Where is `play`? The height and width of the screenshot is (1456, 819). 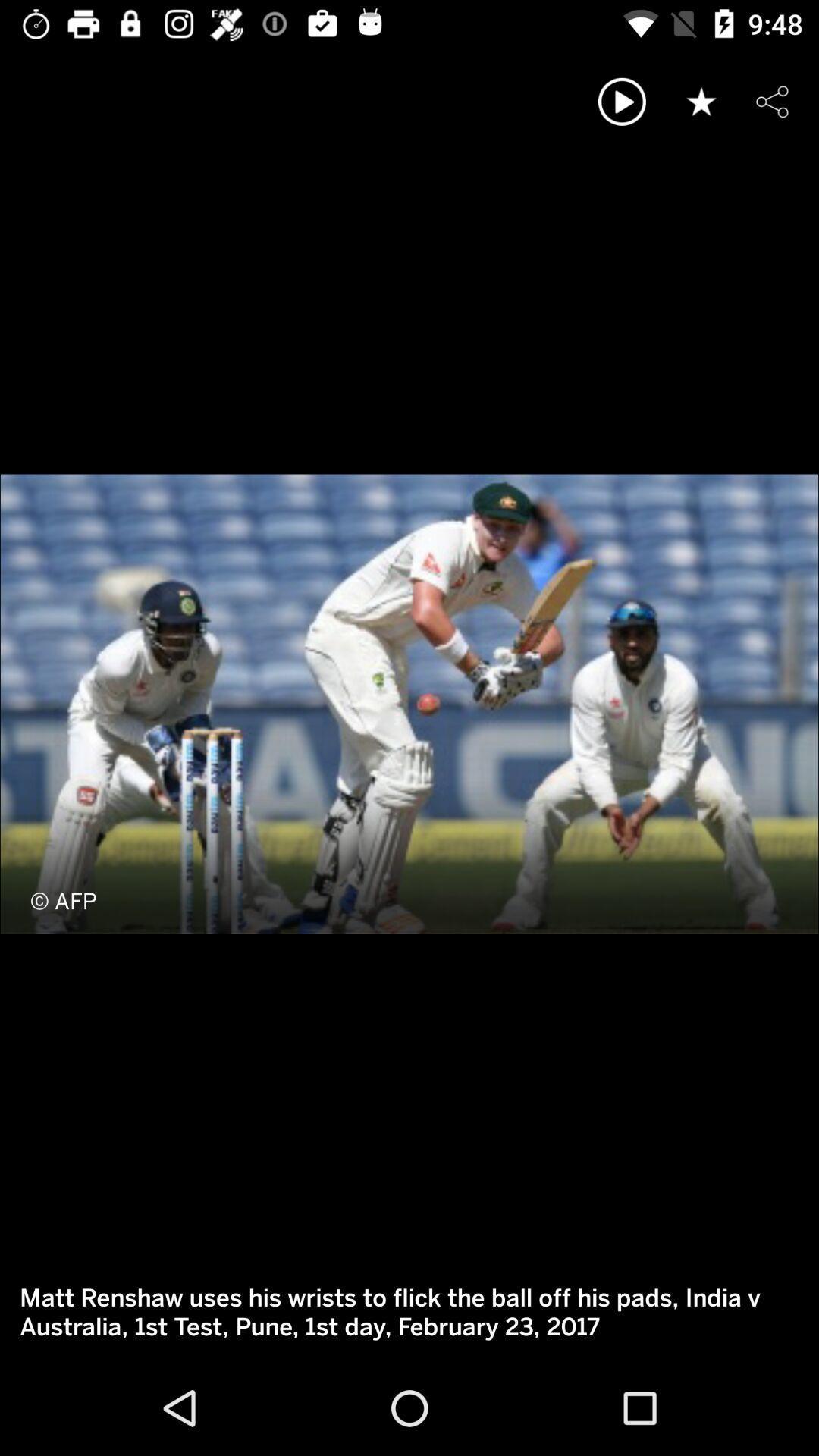
play is located at coordinates (622, 101).